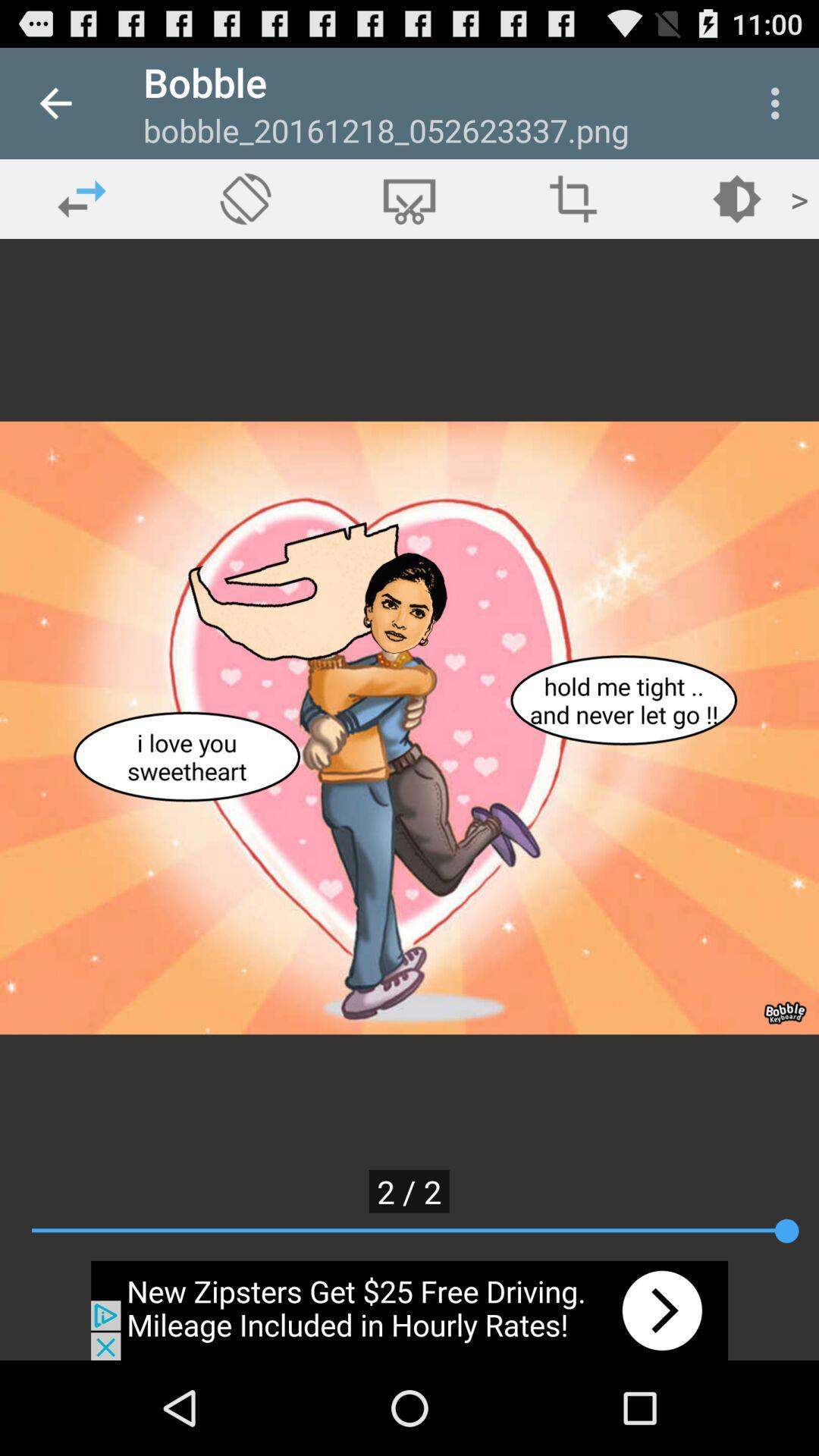 The image size is (819, 1456). I want to click on rotate option, so click(245, 198).